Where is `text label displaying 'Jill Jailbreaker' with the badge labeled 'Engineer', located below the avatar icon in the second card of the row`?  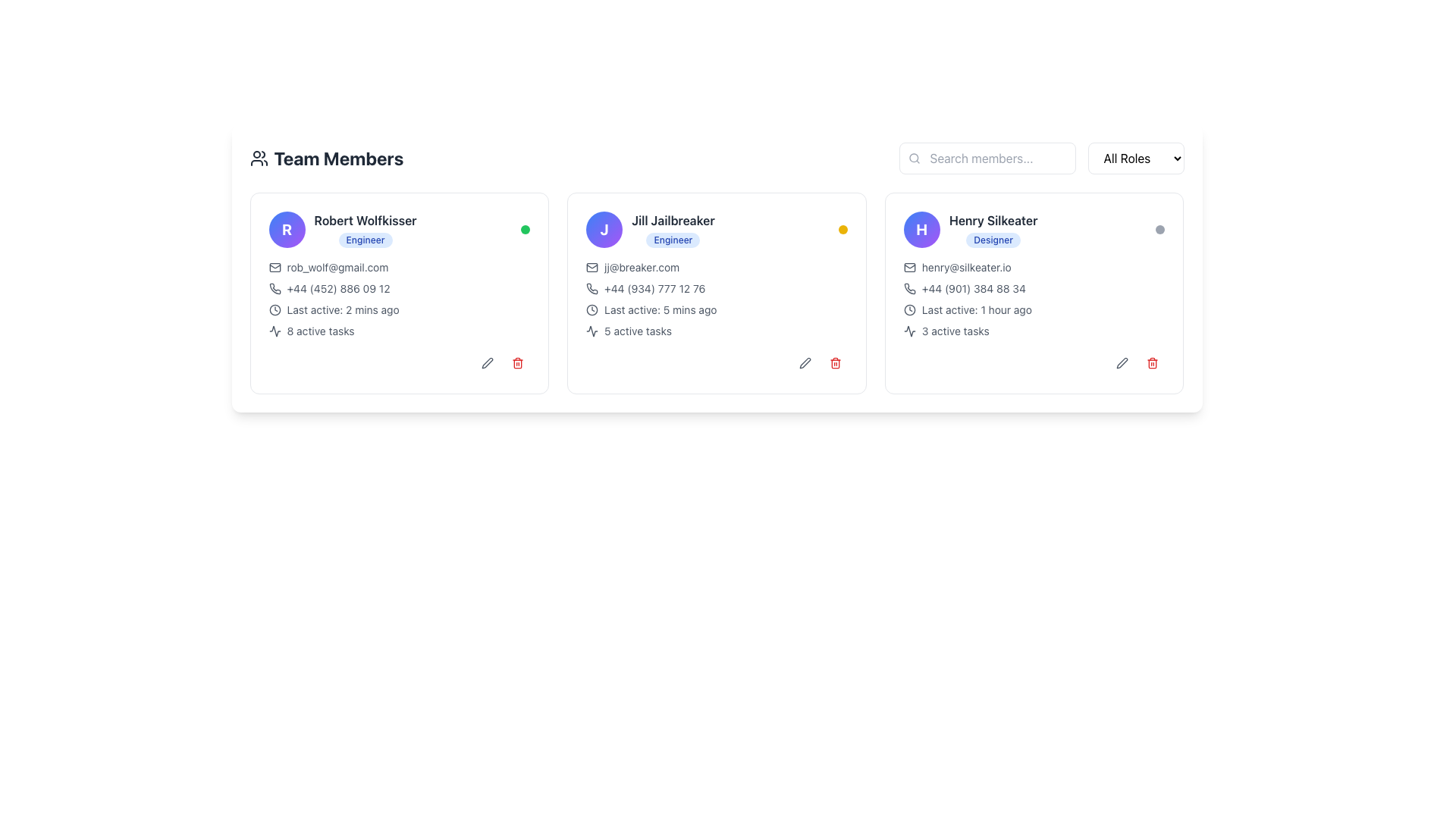
text label displaying 'Jill Jailbreaker' with the badge labeled 'Engineer', located below the avatar icon in the second card of the row is located at coordinates (650, 230).